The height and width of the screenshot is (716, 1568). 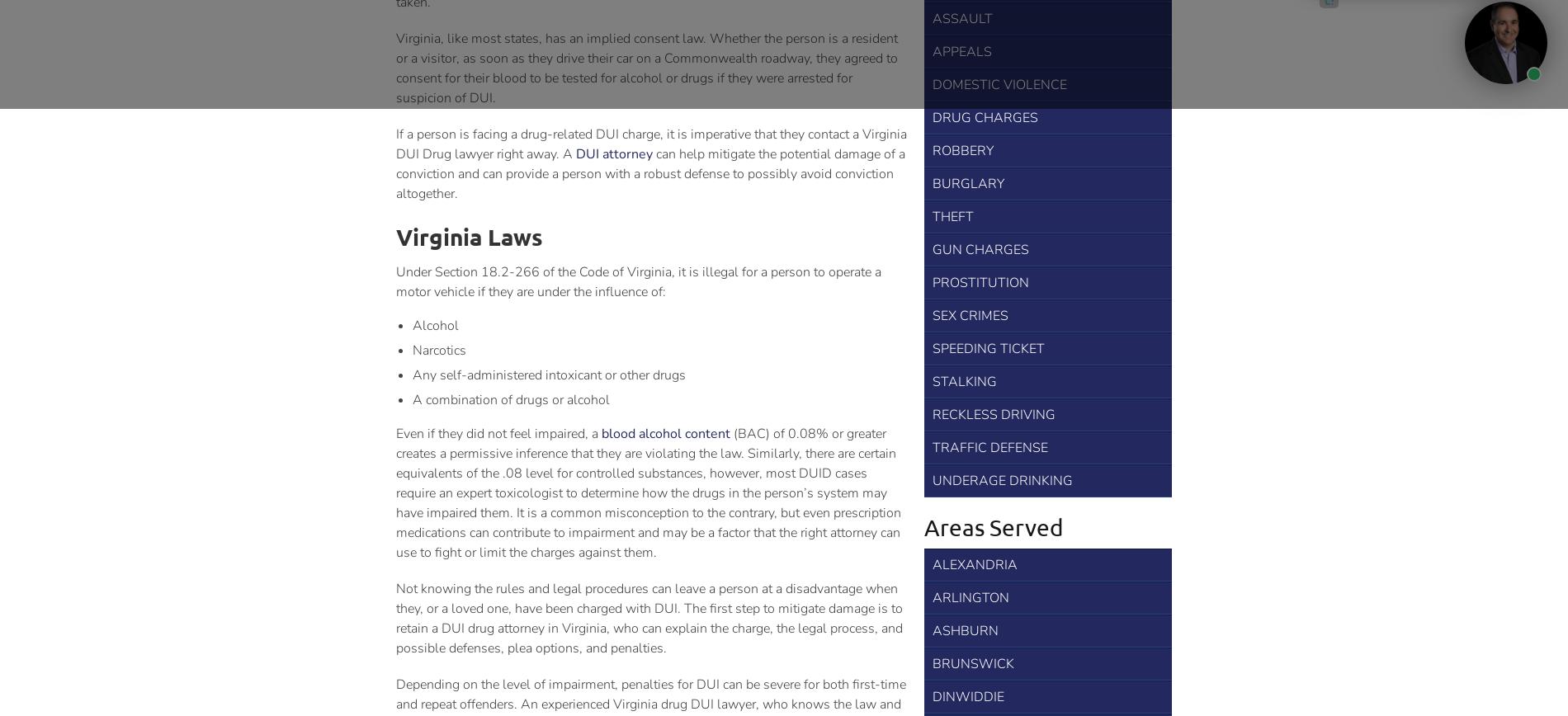 I want to click on 'Areas Served', so click(x=924, y=527).